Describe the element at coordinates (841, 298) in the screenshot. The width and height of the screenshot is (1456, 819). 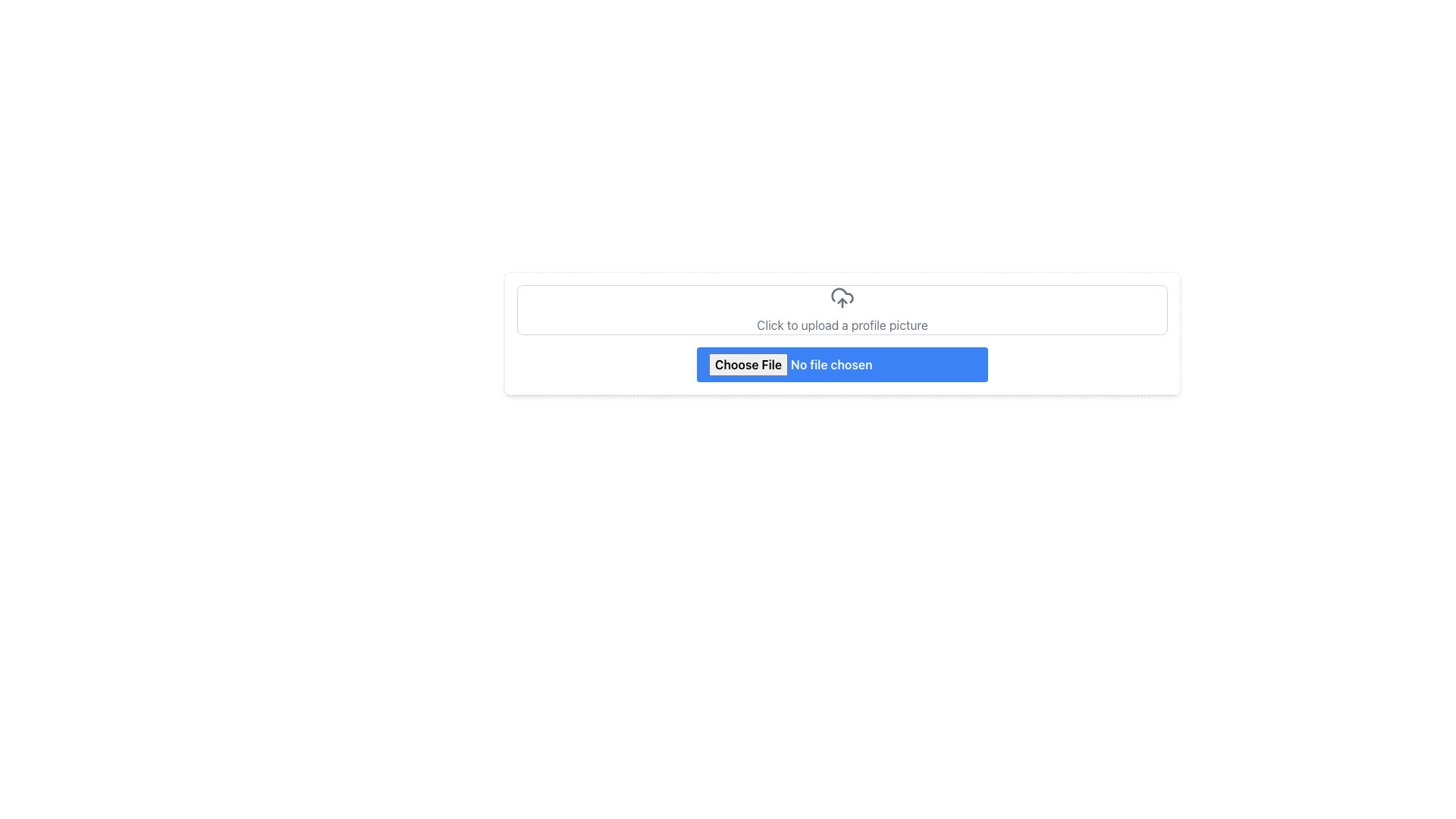
I see `the upload profile picture icon located above the 'Click to upload a profile picture' text, which is centrally positioned in the UI section for profile picture uploads` at that location.